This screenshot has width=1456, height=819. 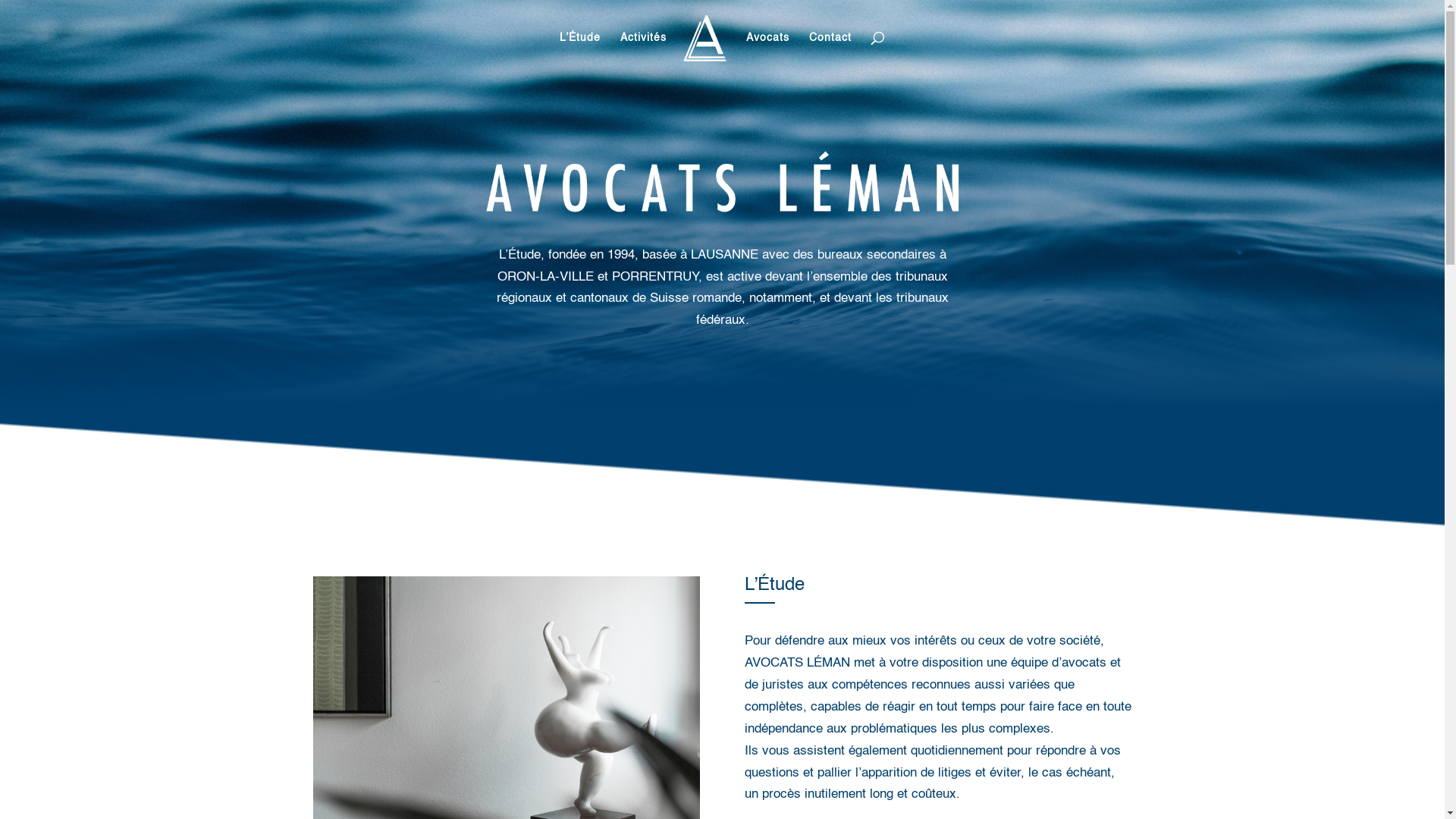 What do you see at coordinates (829, 52) in the screenshot?
I see `'Contact'` at bounding box center [829, 52].